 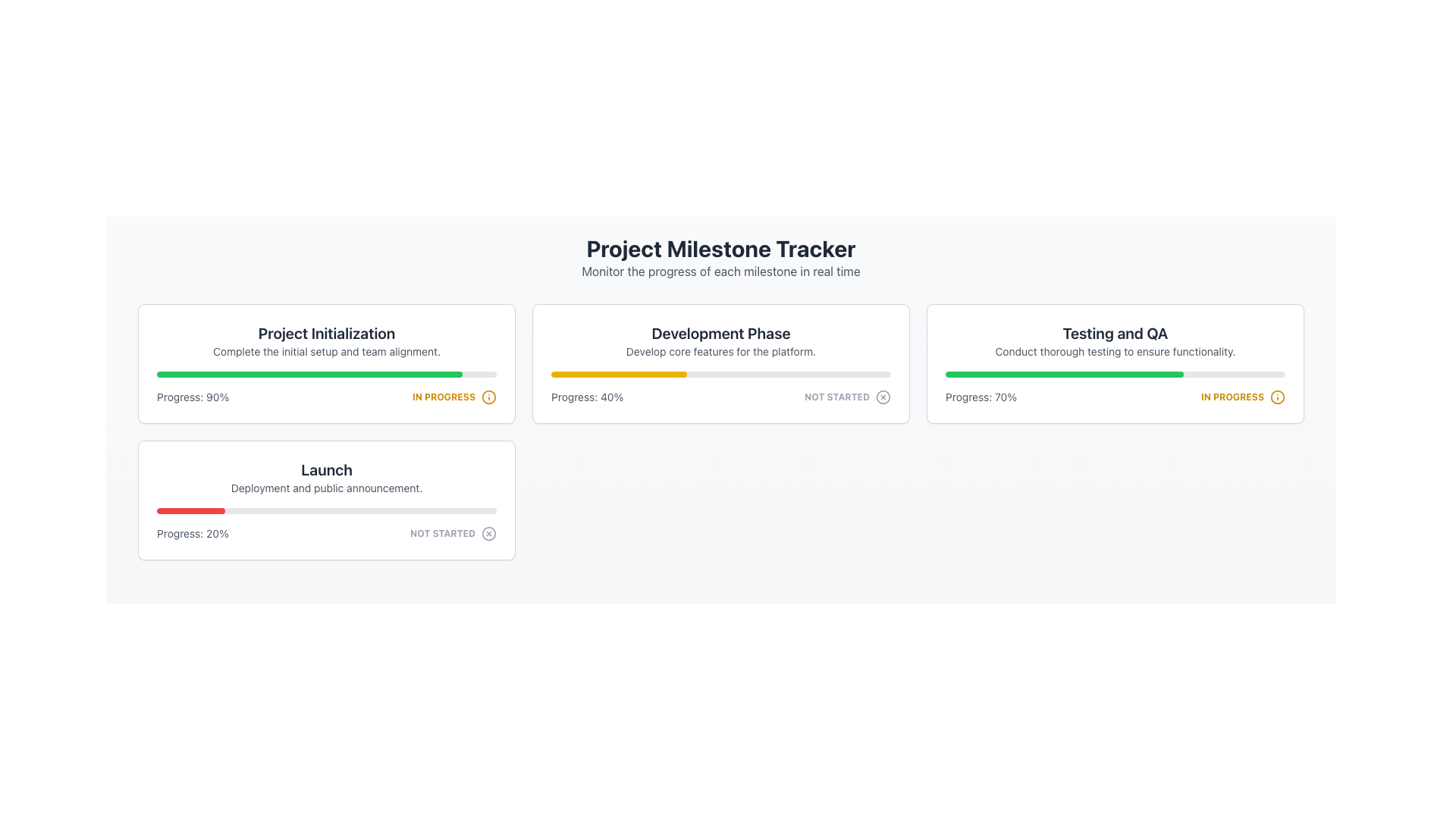 What do you see at coordinates (720, 271) in the screenshot?
I see `the static text that reads 'Monitor the progress of each milestone in real time.', which is located below the 'Project Milestone Tracker' title` at bounding box center [720, 271].